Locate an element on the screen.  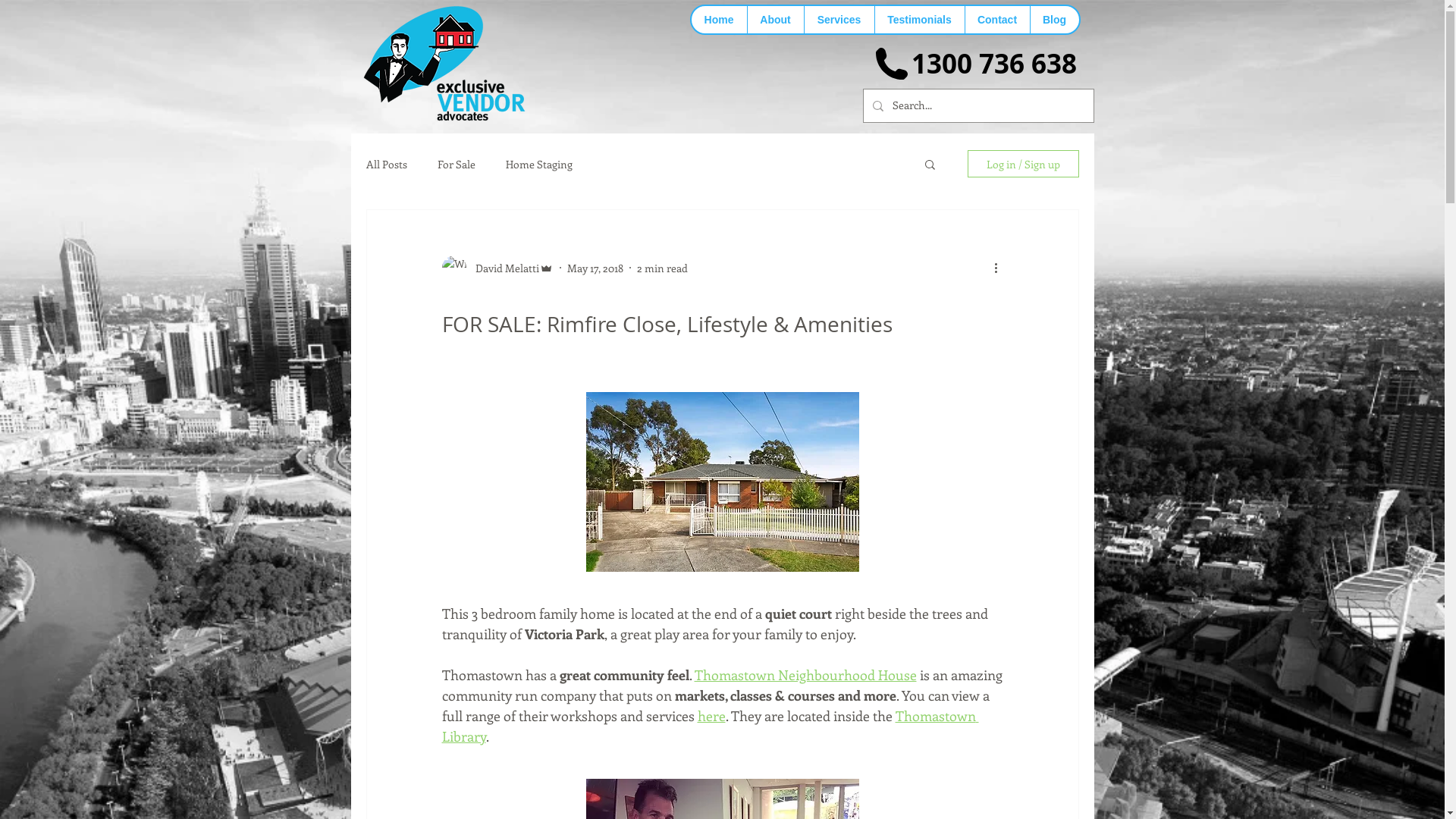
'Contact' is located at coordinates (997, 20).